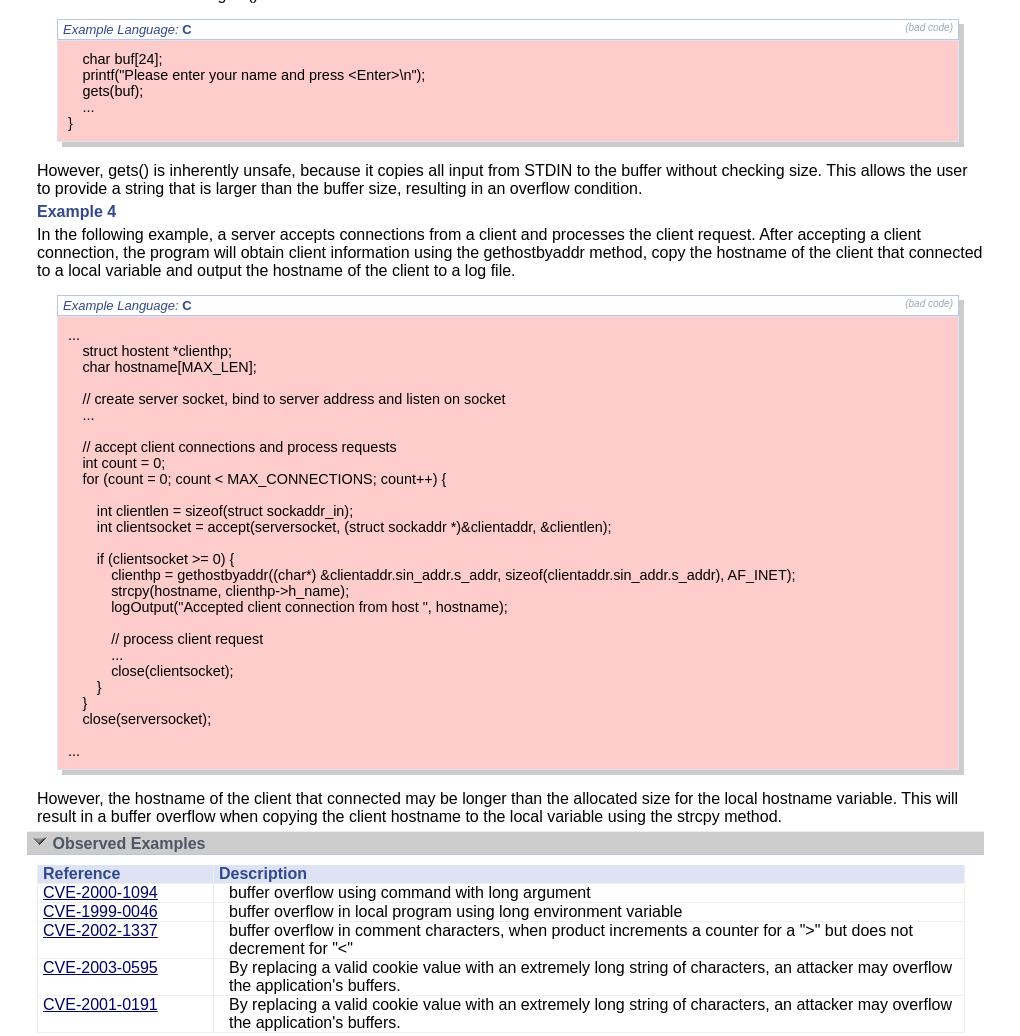 The width and height of the screenshot is (1020, 1036). What do you see at coordinates (94, 559) in the screenshot?
I see `'if (clientsocket >= 0) {'` at bounding box center [94, 559].